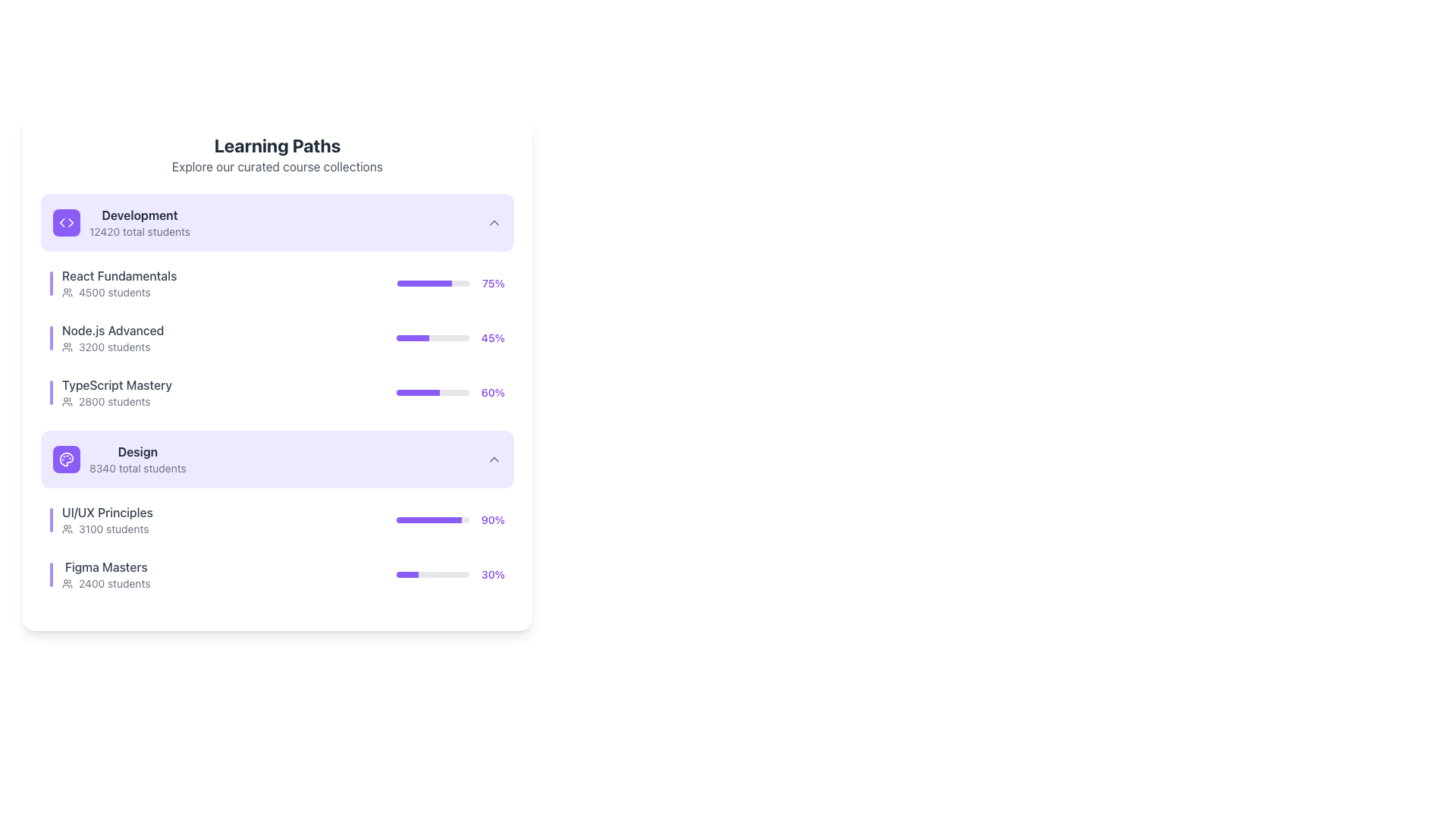  I want to click on progress, so click(415, 337).